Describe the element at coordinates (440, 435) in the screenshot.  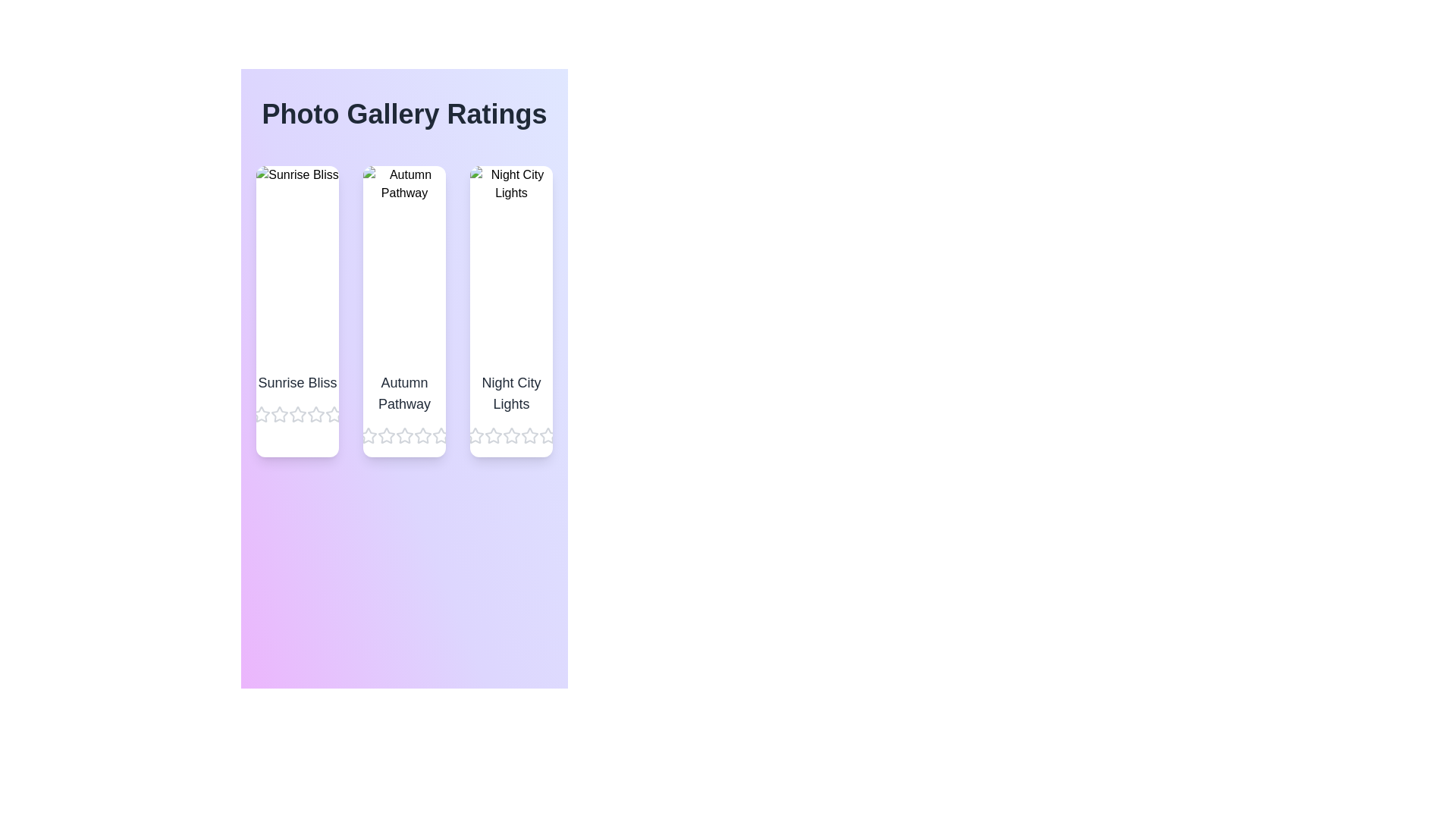
I see `the star corresponding to 5 stars for the image titled Autumn Pathway` at that location.